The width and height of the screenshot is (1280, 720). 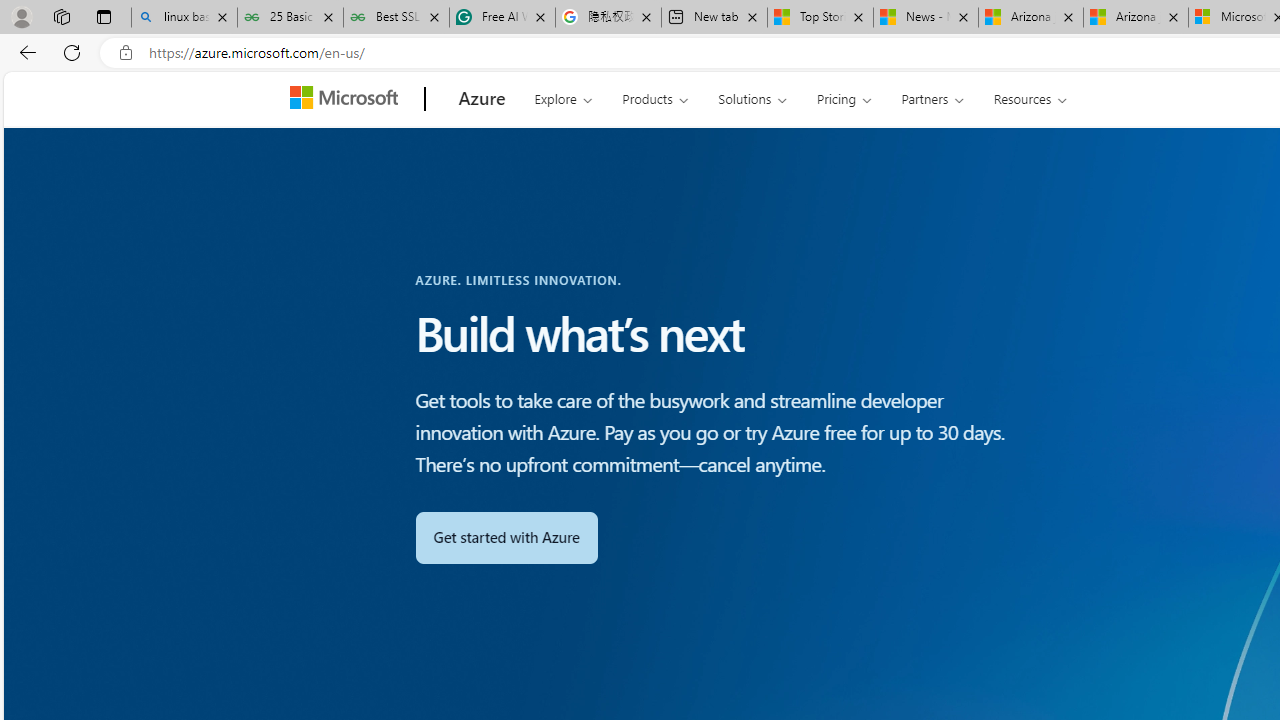 I want to click on 'Free AI Writing Assistance for Students | Grammarly', so click(x=503, y=17).